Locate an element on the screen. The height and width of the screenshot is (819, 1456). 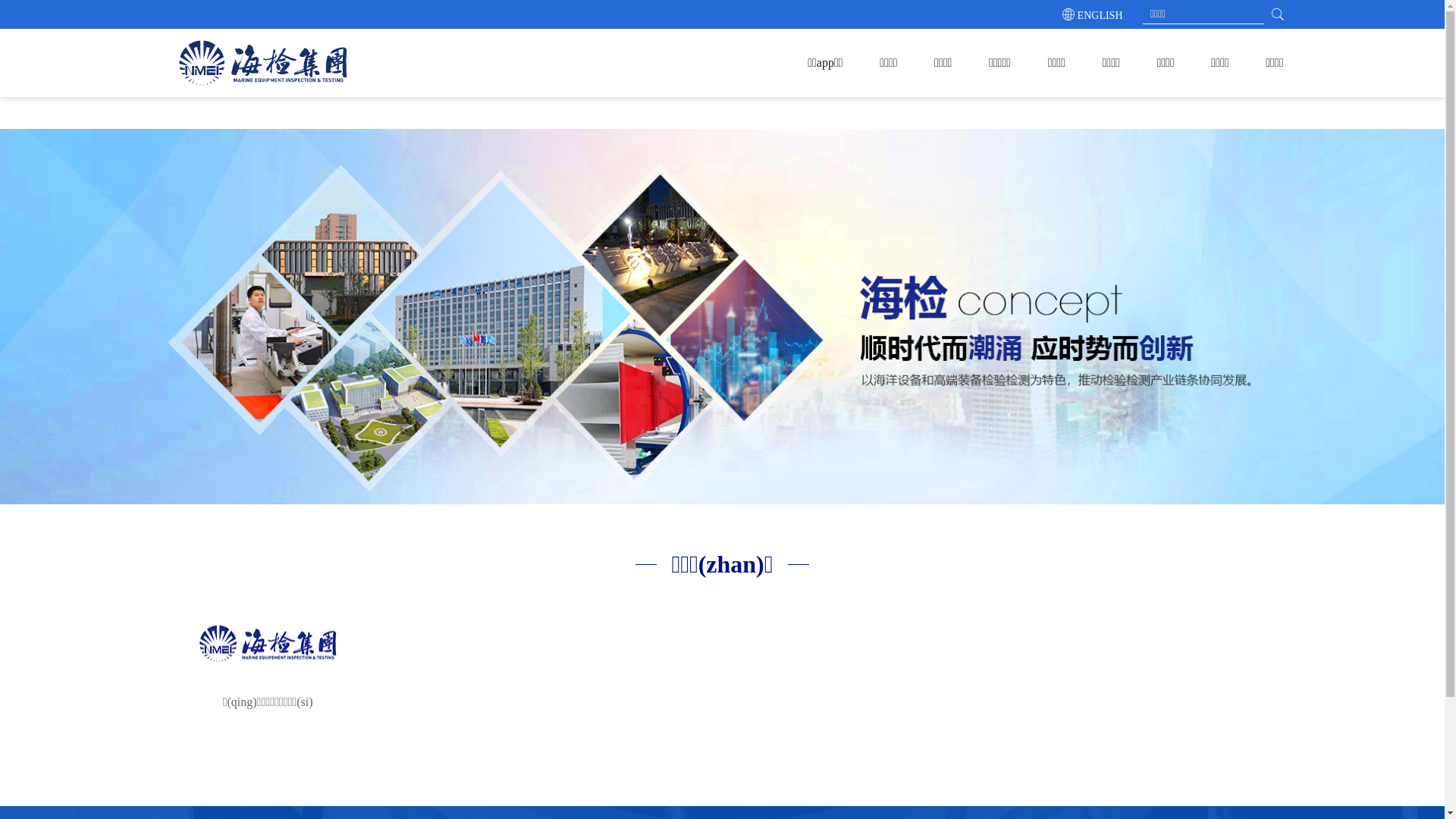
'ENGLISH' is located at coordinates (1100, 14).